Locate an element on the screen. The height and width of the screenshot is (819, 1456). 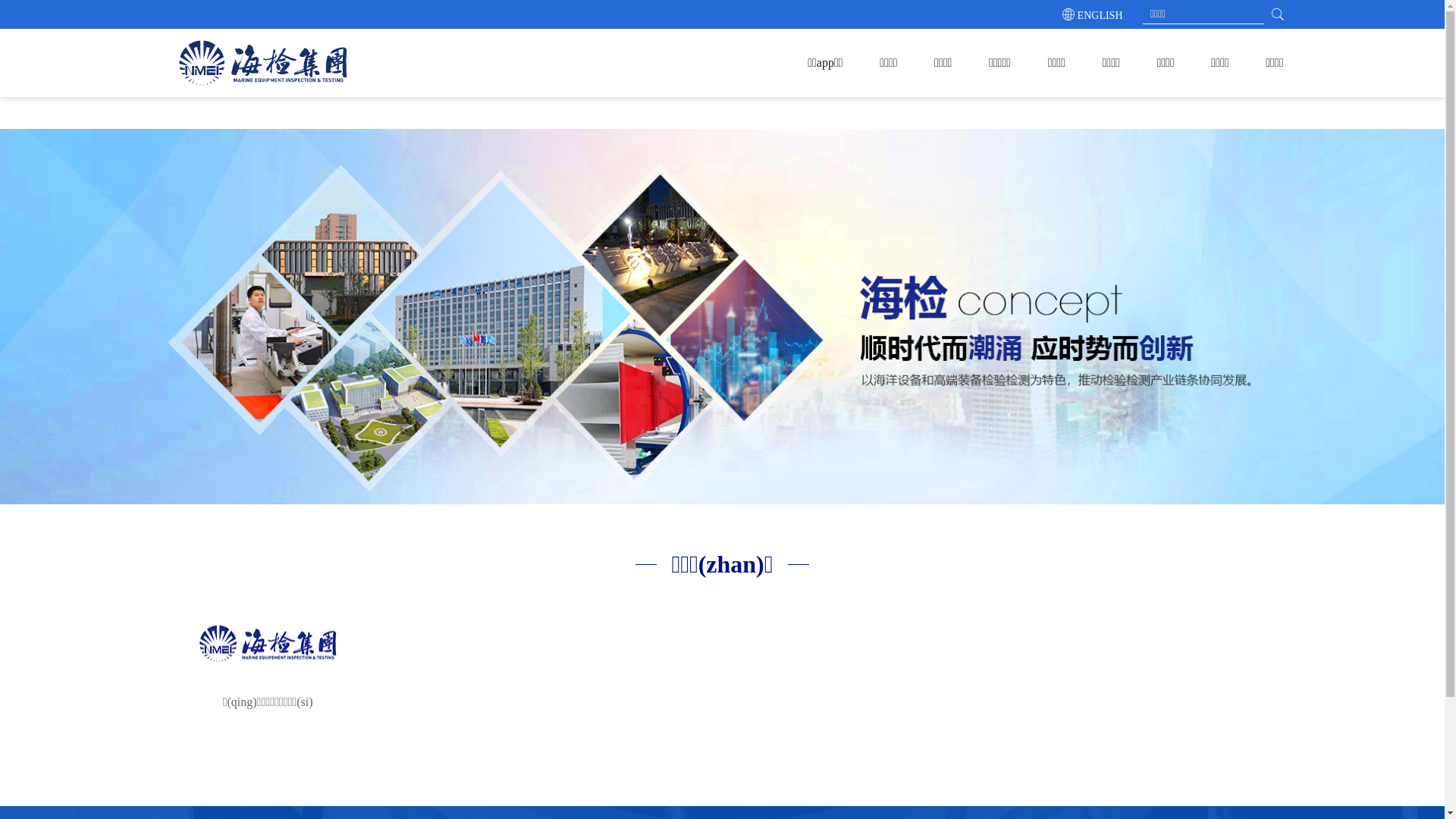
'ENGLISH' is located at coordinates (1100, 14).